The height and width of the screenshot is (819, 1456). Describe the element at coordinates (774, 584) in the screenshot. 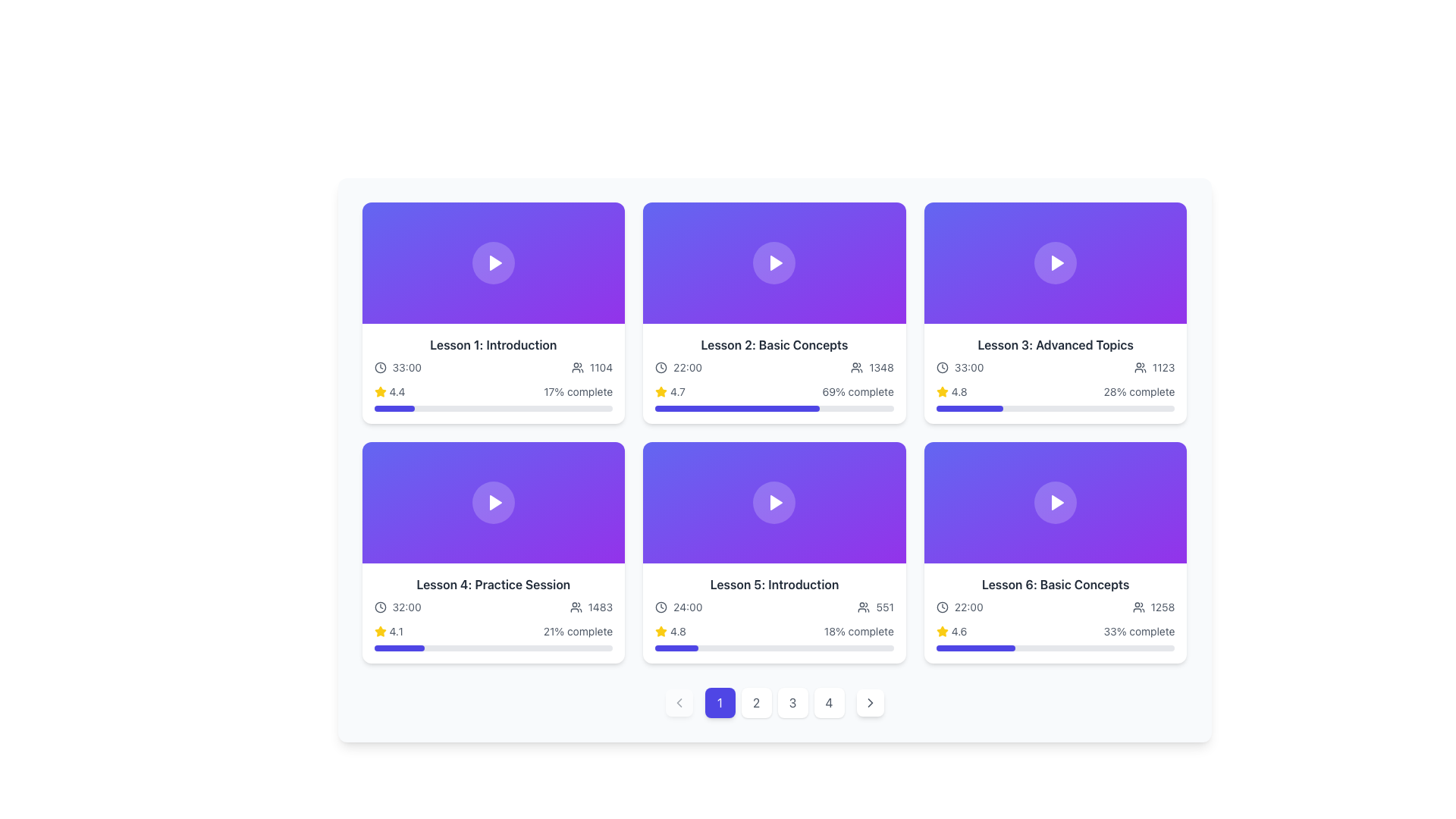

I see `text displayed in the Text Label titled 'Lesson 5: Introduction', which is located in the bottom-left tile of a grid layout` at that location.